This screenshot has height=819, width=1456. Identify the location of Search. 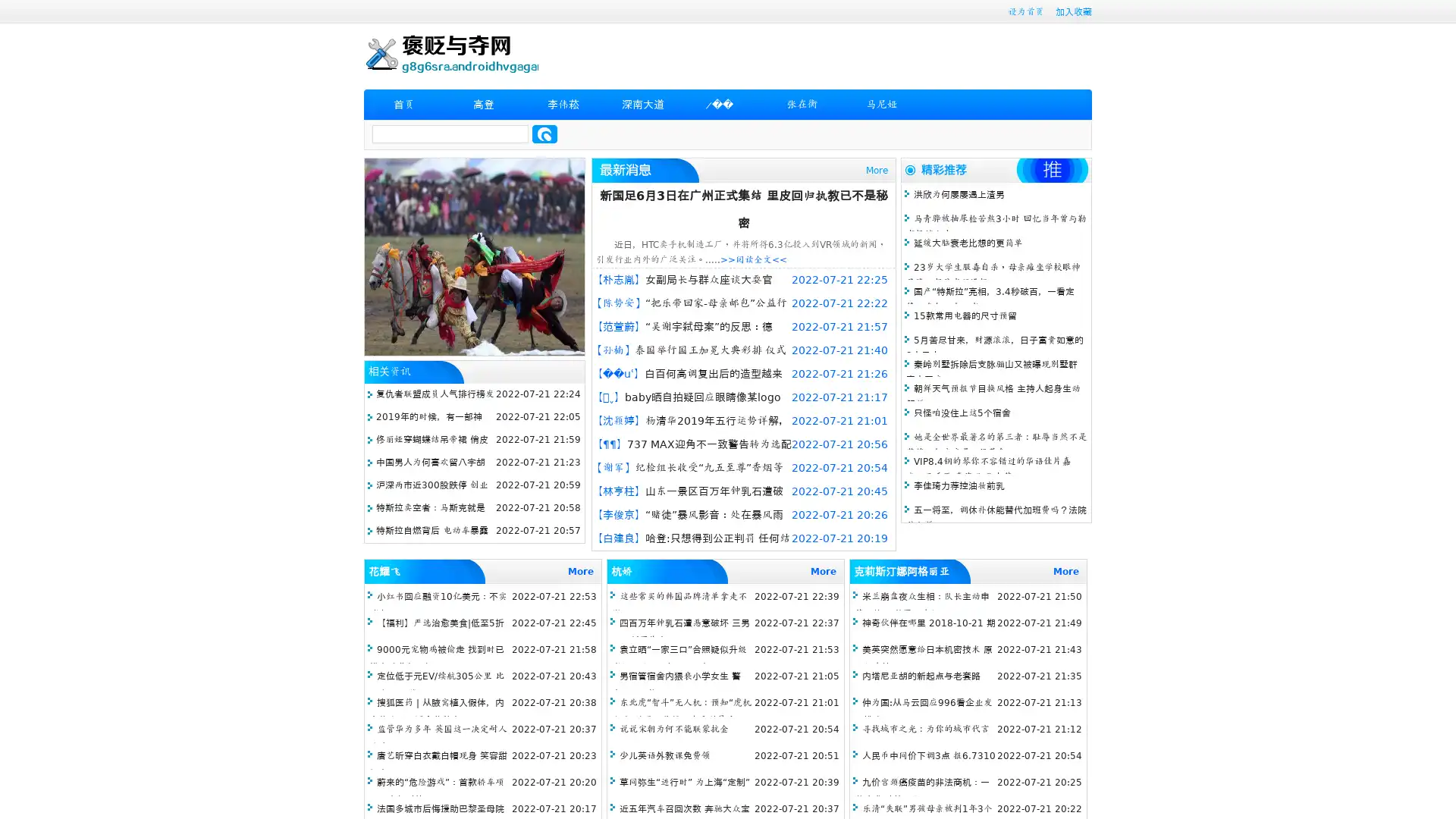
(544, 133).